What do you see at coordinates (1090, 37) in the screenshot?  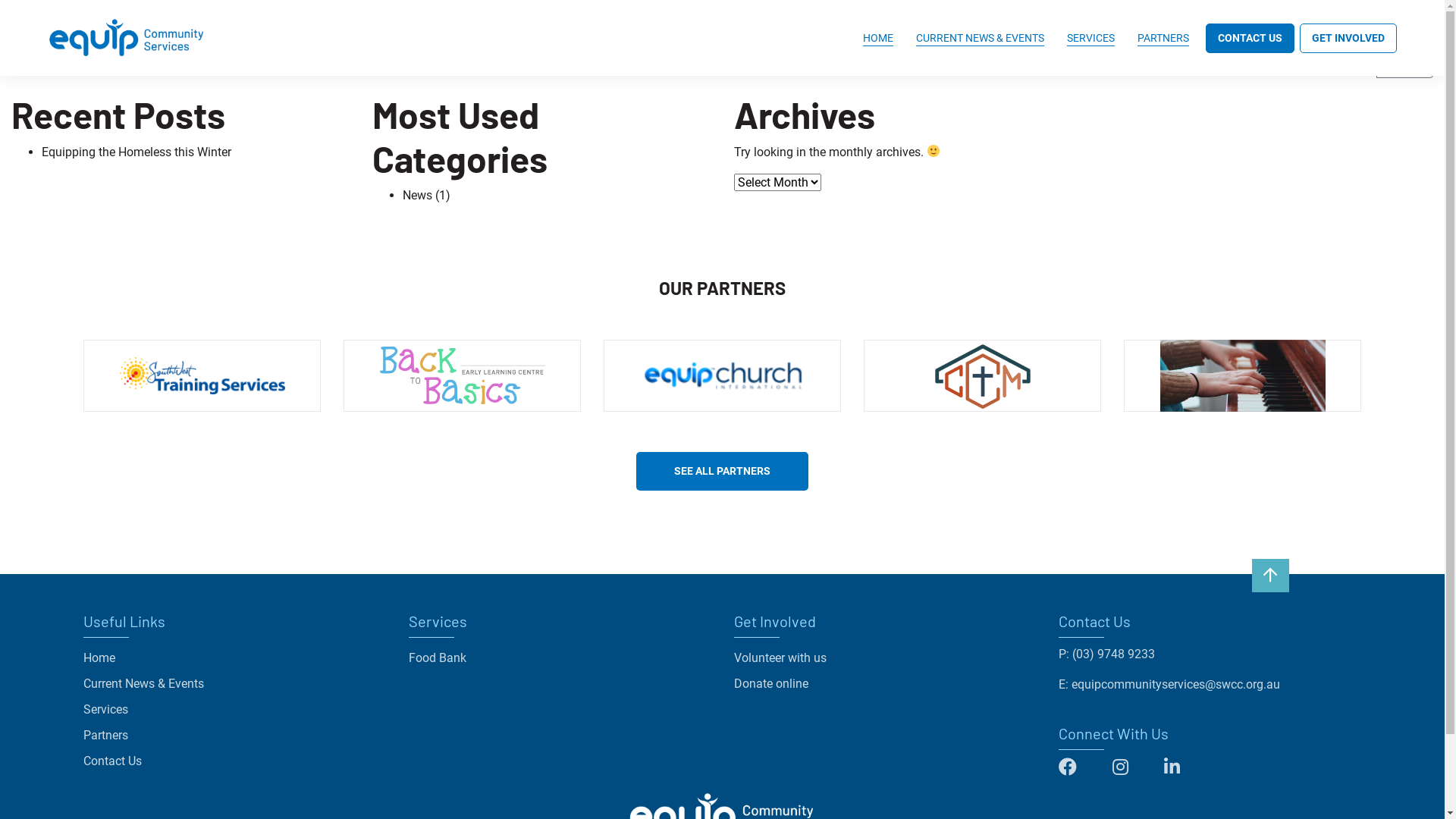 I see `'SERVICES'` at bounding box center [1090, 37].